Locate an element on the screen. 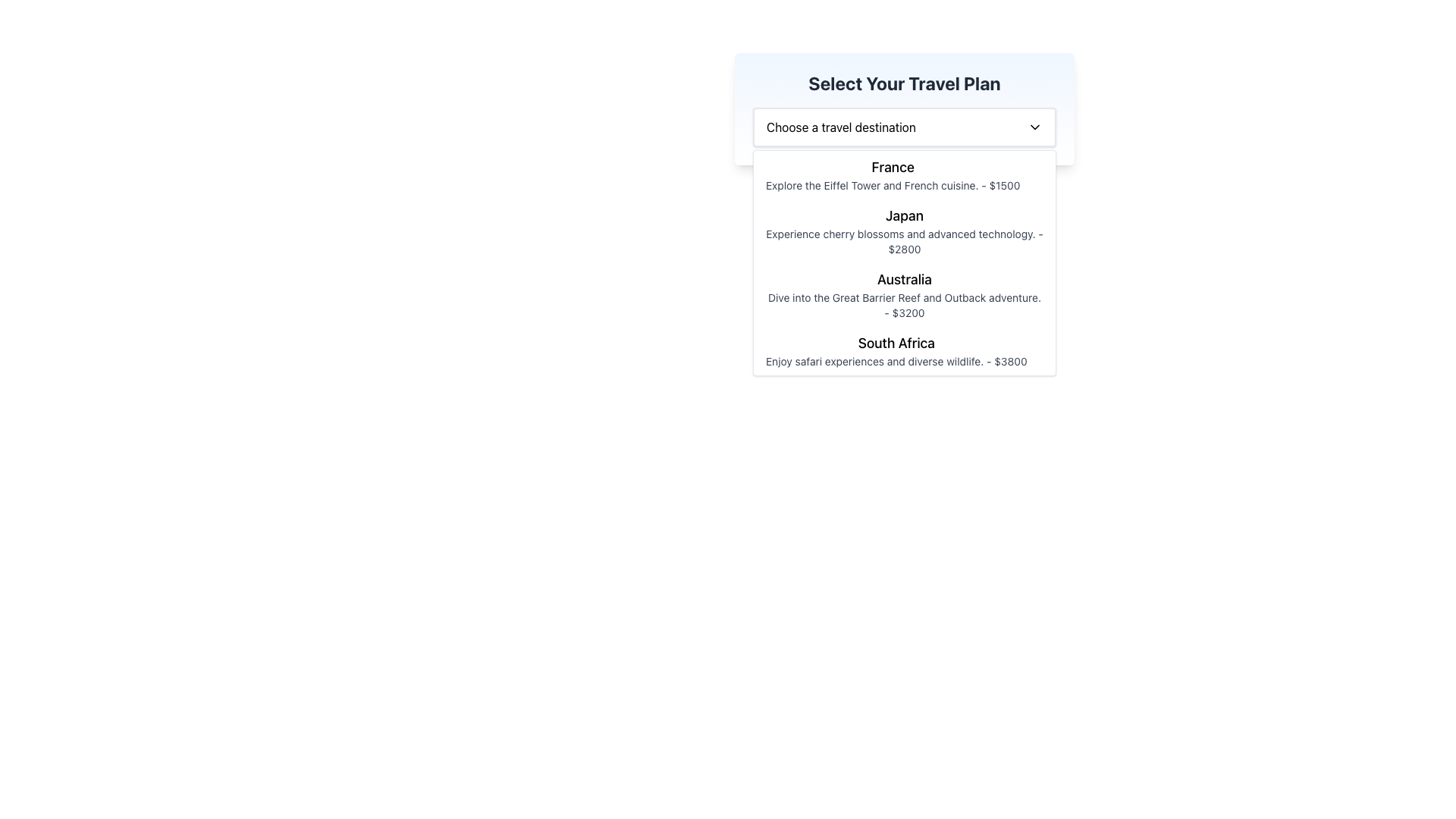 This screenshot has height=819, width=1456. the text heading that serves as a label for selecting a travel plan, located at the upper-middle section of the interface is located at coordinates (905, 83).